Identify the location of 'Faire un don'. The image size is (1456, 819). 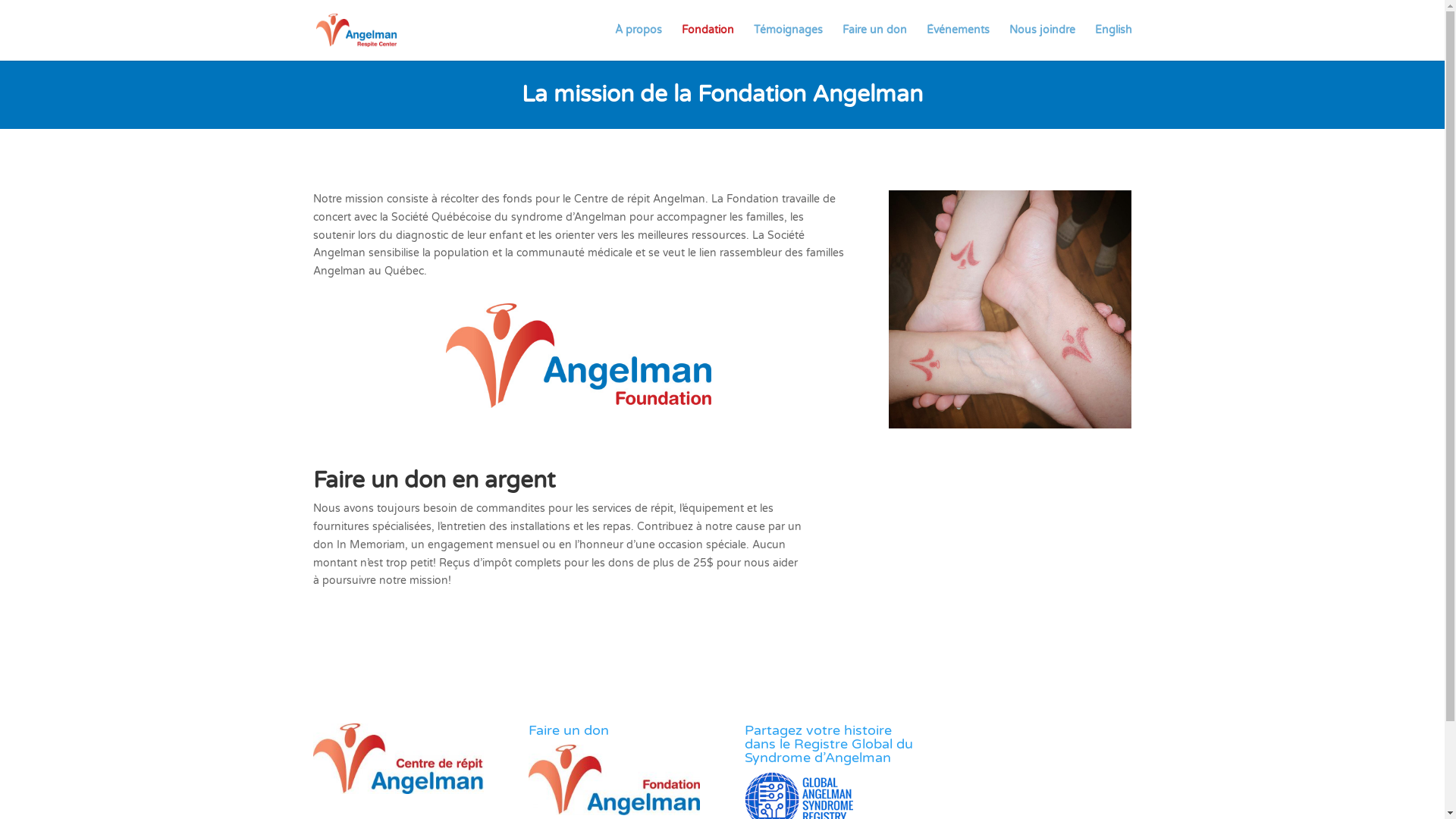
(874, 42).